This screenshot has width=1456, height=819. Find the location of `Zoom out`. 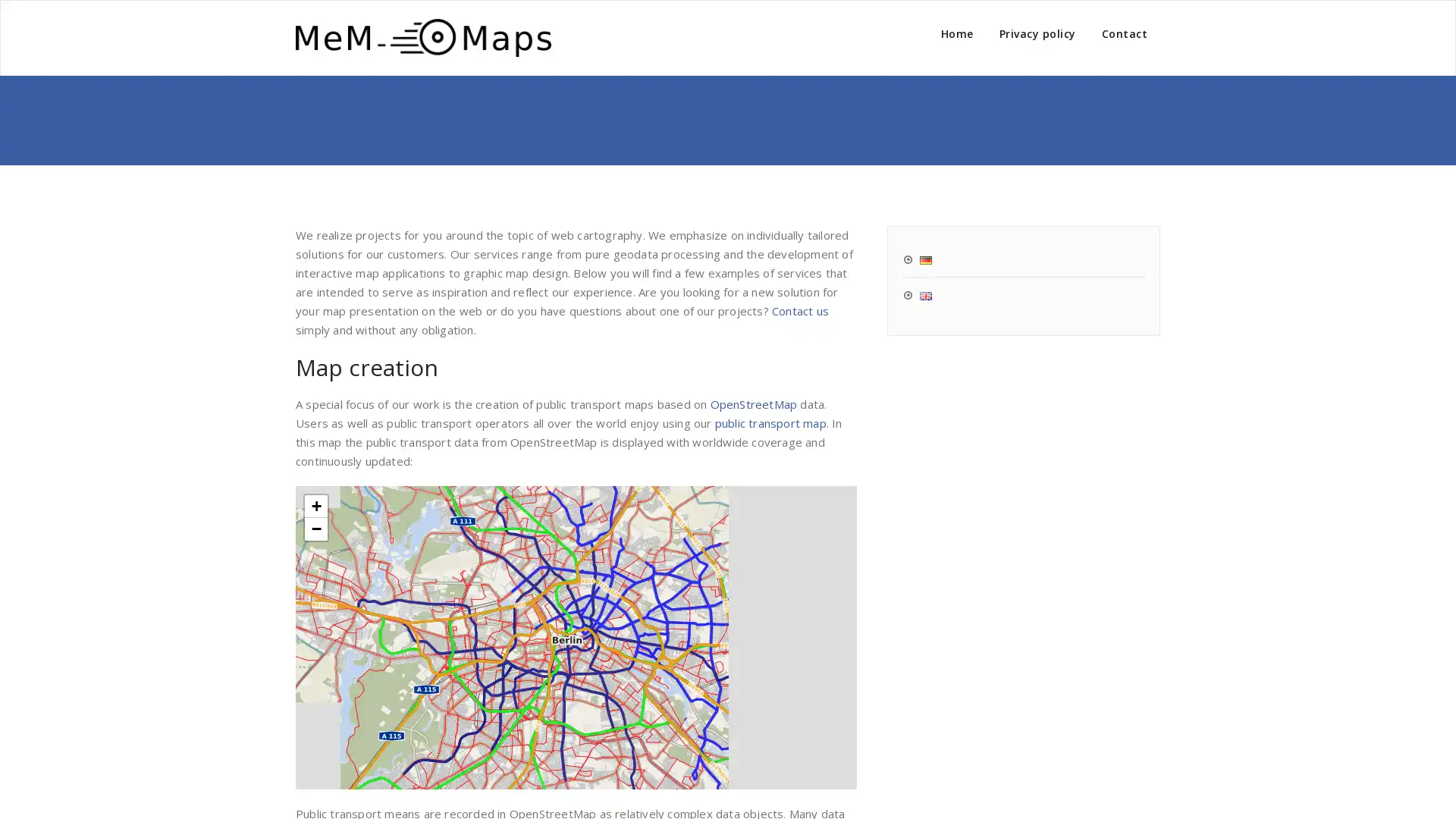

Zoom out is located at coordinates (315, 528).